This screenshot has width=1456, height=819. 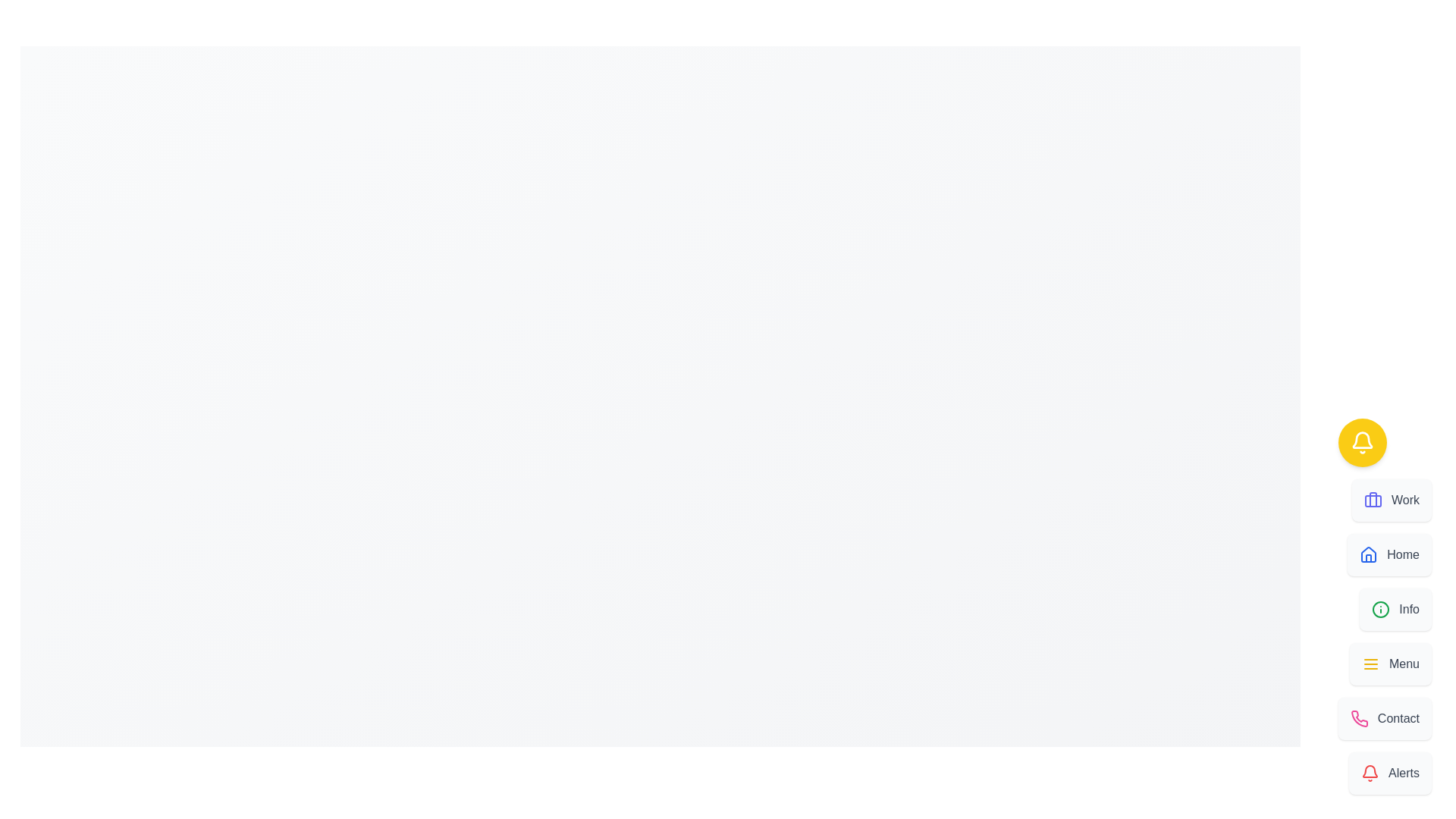 I want to click on the option Contact from the Speed Dial menu, so click(x=1385, y=718).